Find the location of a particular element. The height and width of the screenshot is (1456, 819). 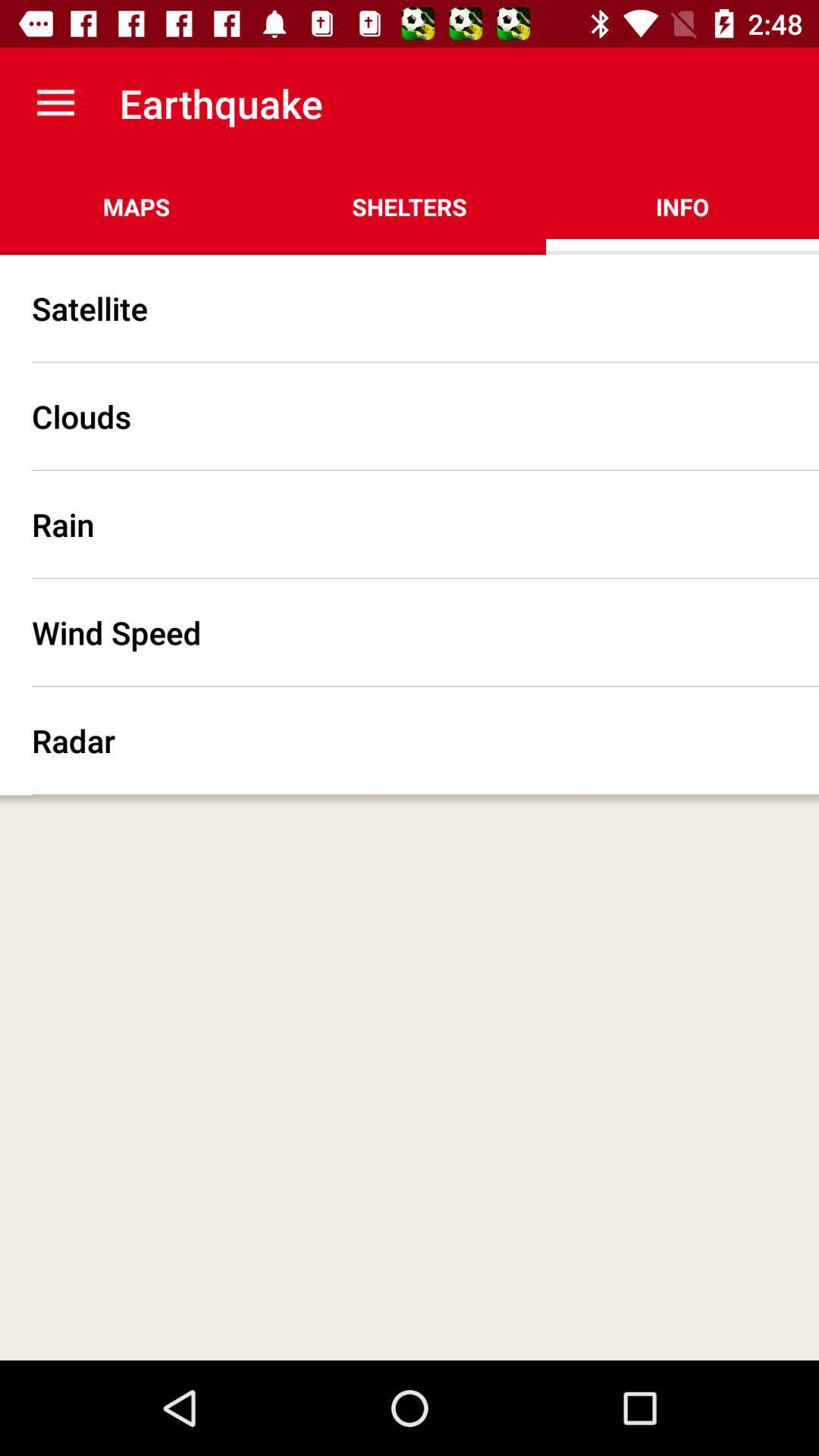

info is located at coordinates (681, 206).